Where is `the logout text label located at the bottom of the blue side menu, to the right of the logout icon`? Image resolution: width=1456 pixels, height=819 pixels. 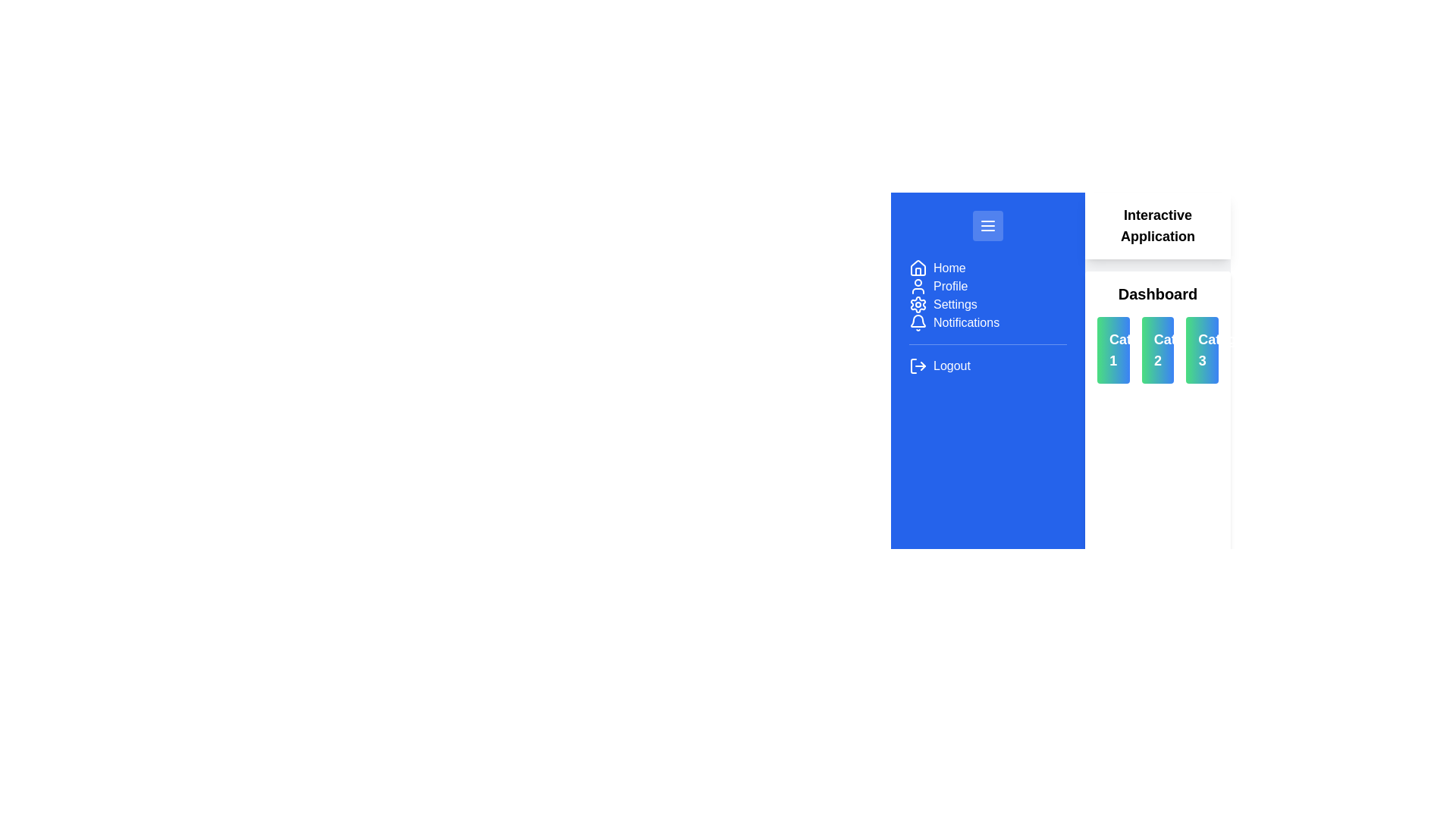
the logout text label located at the bottom of the blue side menu, to the right of the logout icon is located at coordinates (951, 366).